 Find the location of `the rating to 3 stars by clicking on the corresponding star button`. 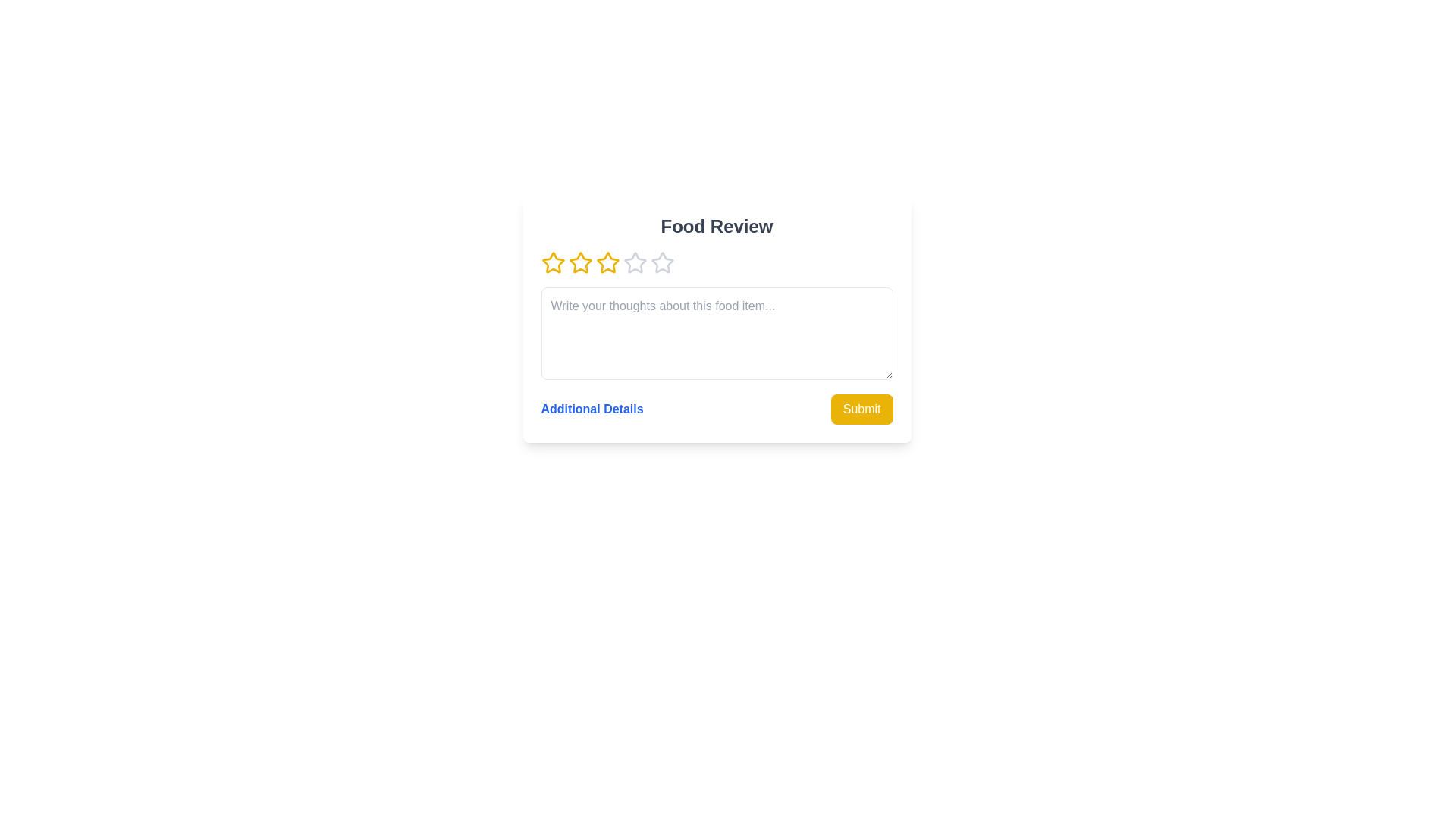

the rating to 3 stars by clicking on the corresponding star button is located at coordinates (607, 262).